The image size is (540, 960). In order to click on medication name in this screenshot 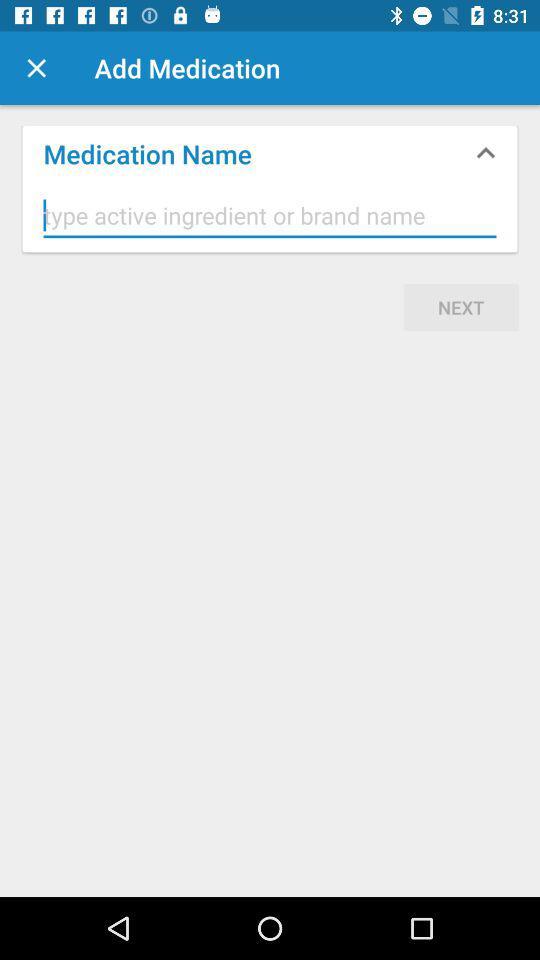, I will do `click(270, 216)`.